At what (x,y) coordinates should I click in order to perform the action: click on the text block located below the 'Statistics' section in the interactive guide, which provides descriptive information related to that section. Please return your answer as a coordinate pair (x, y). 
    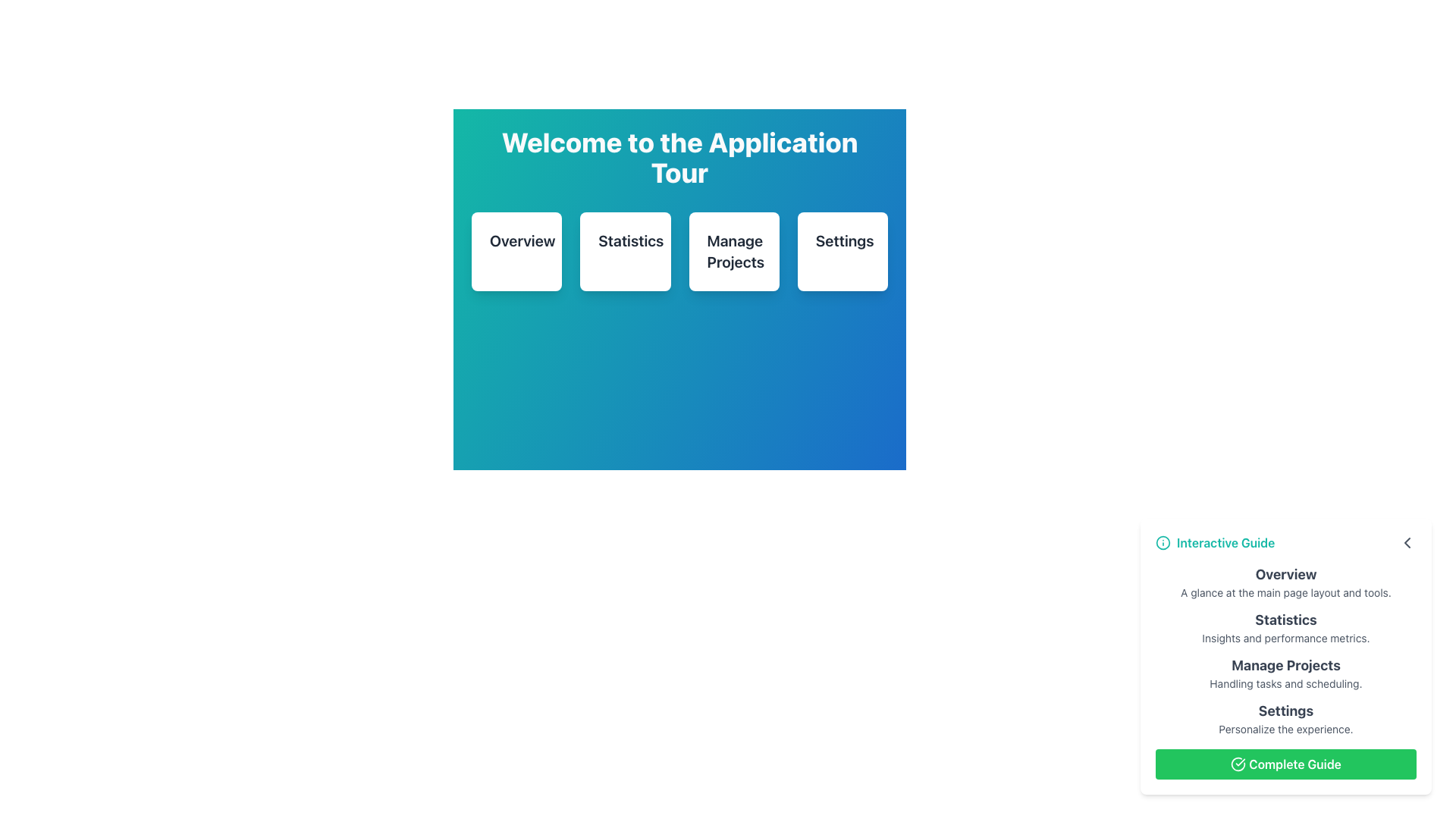
    Looking at the image, I should click on (1285, 638).